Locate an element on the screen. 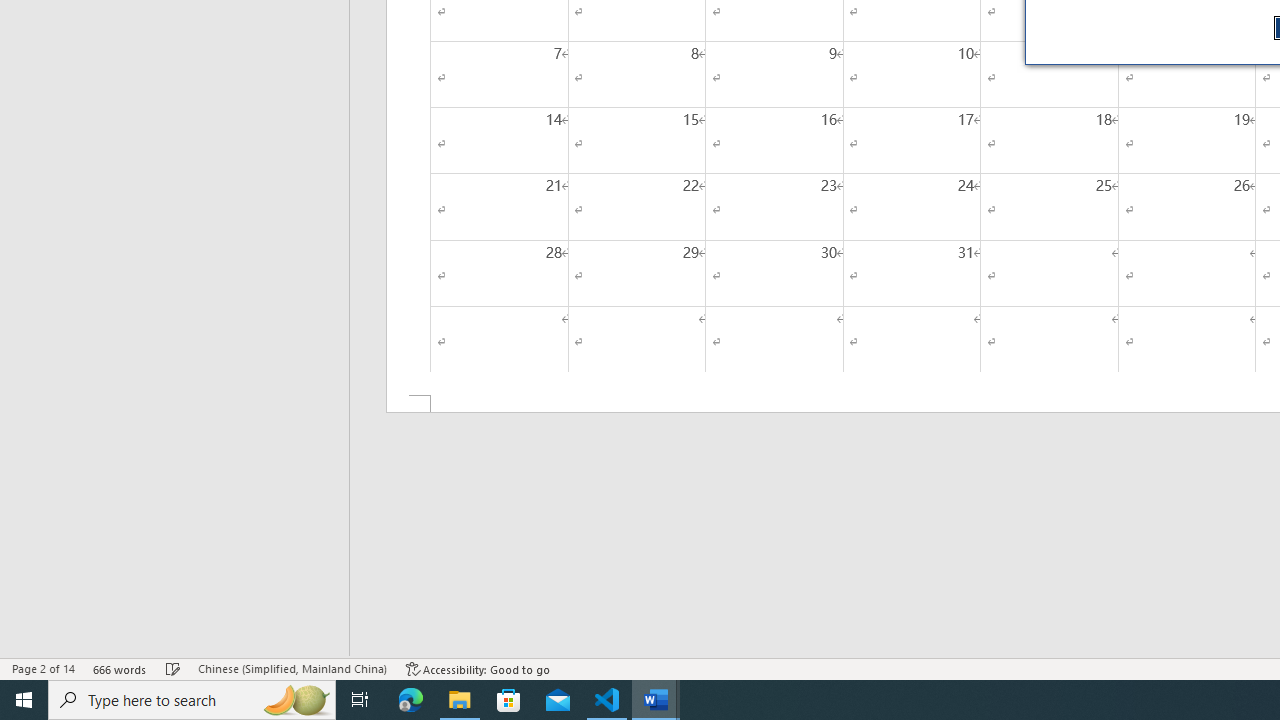 This screenshot has height=720, width=1280. 'Start' is located at coordinates (24, 698).